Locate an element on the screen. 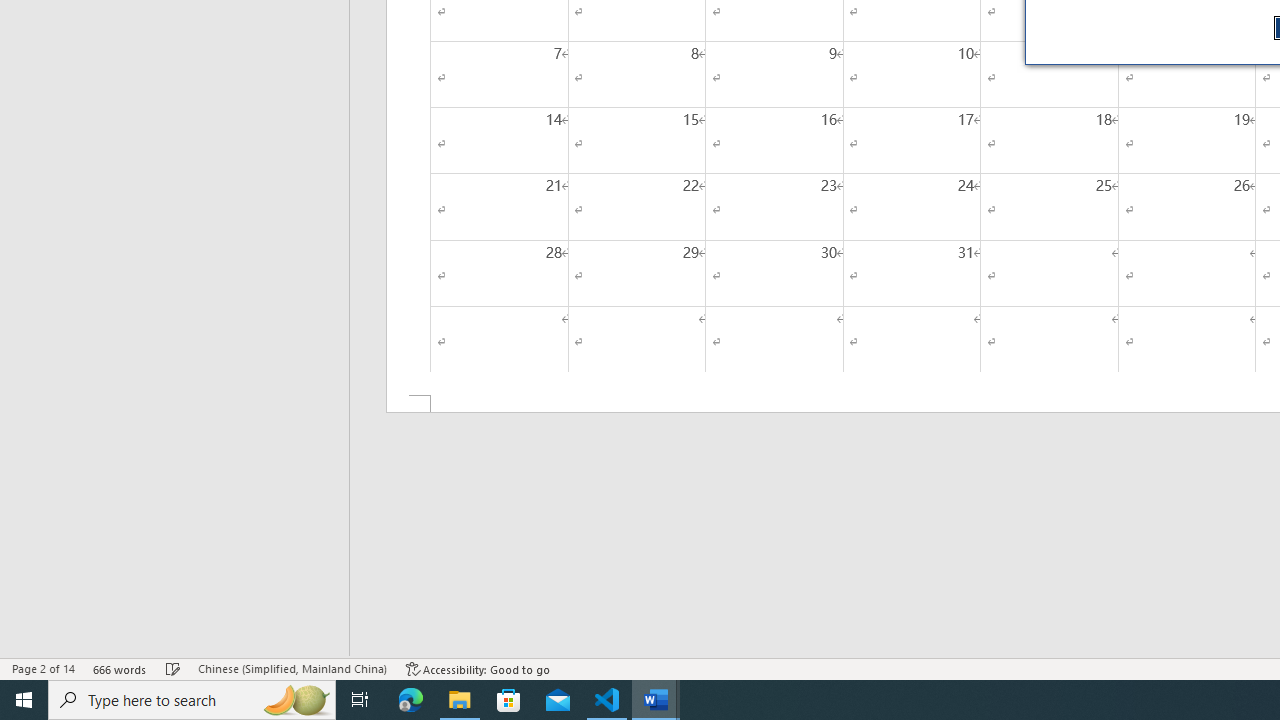 This screenshot has height=720, width=1280. 'Start' is located at coordinates (24, 698).